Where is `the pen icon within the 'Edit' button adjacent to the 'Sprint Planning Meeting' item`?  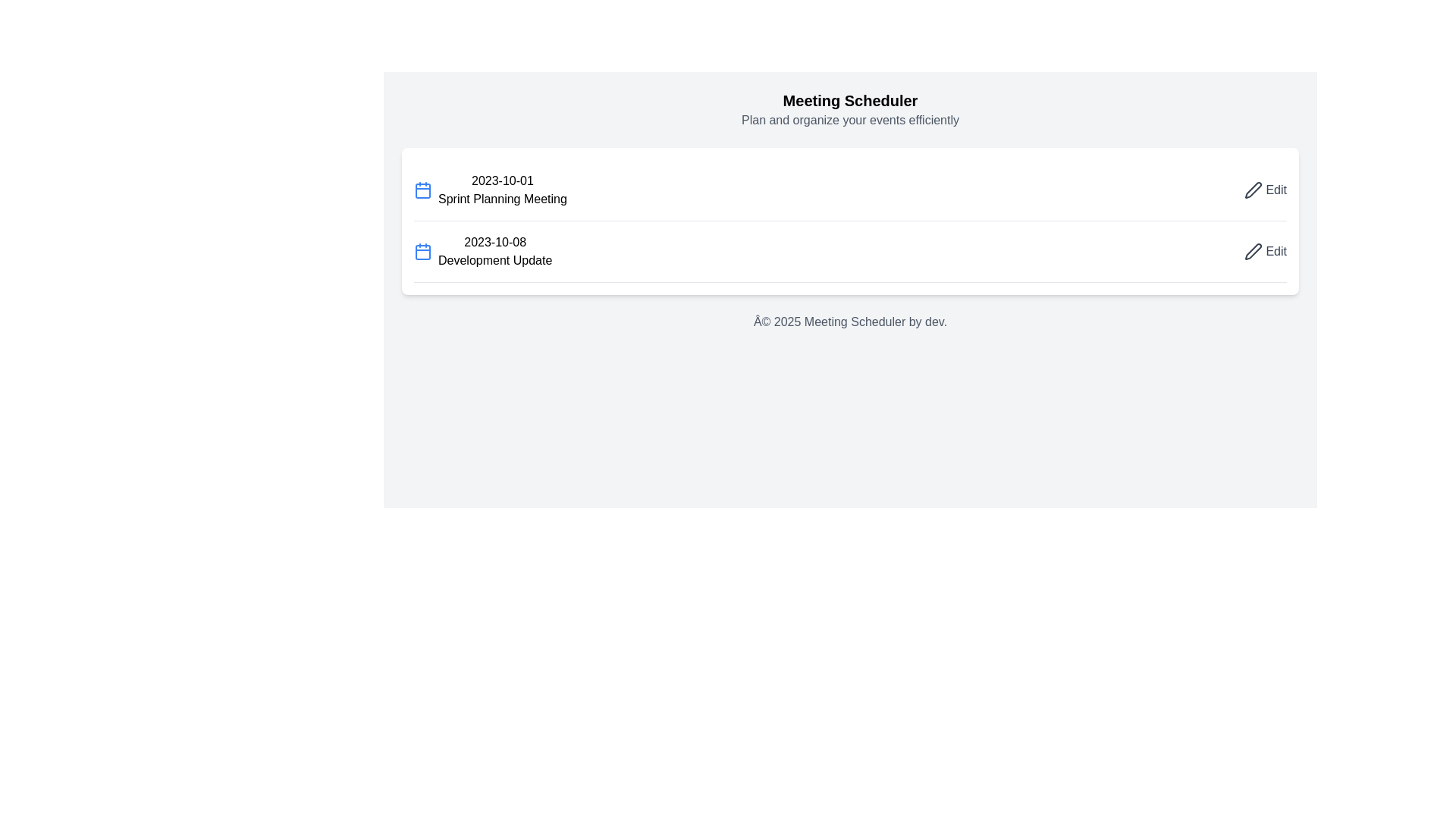
the pen icon within the 'Edit' button adjacent to the 'Sprint Planning Meeting' item is located at coordinates (1254, 250).